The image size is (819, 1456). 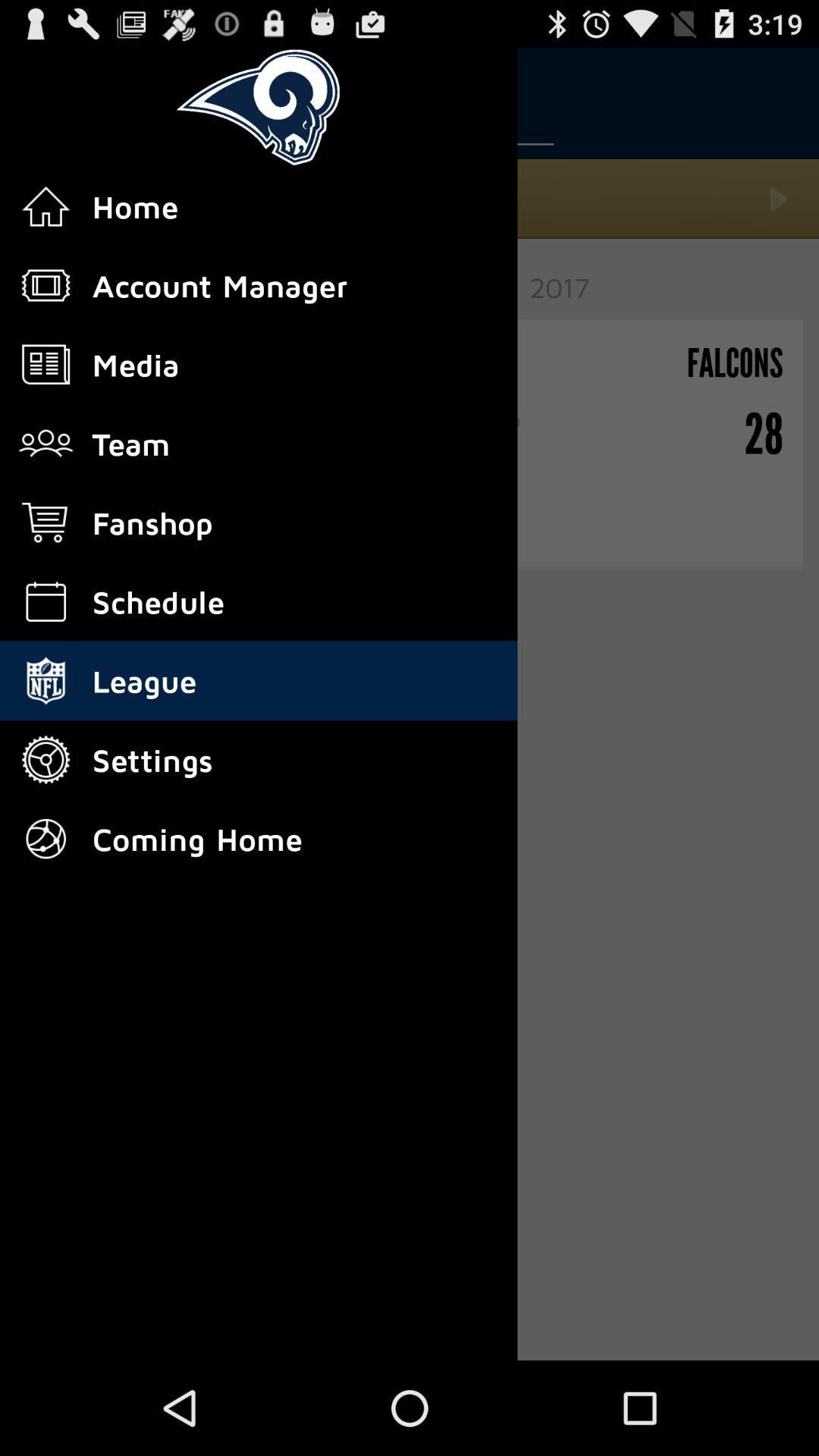 I want to click on the home icon, so click(x=39, y=212).